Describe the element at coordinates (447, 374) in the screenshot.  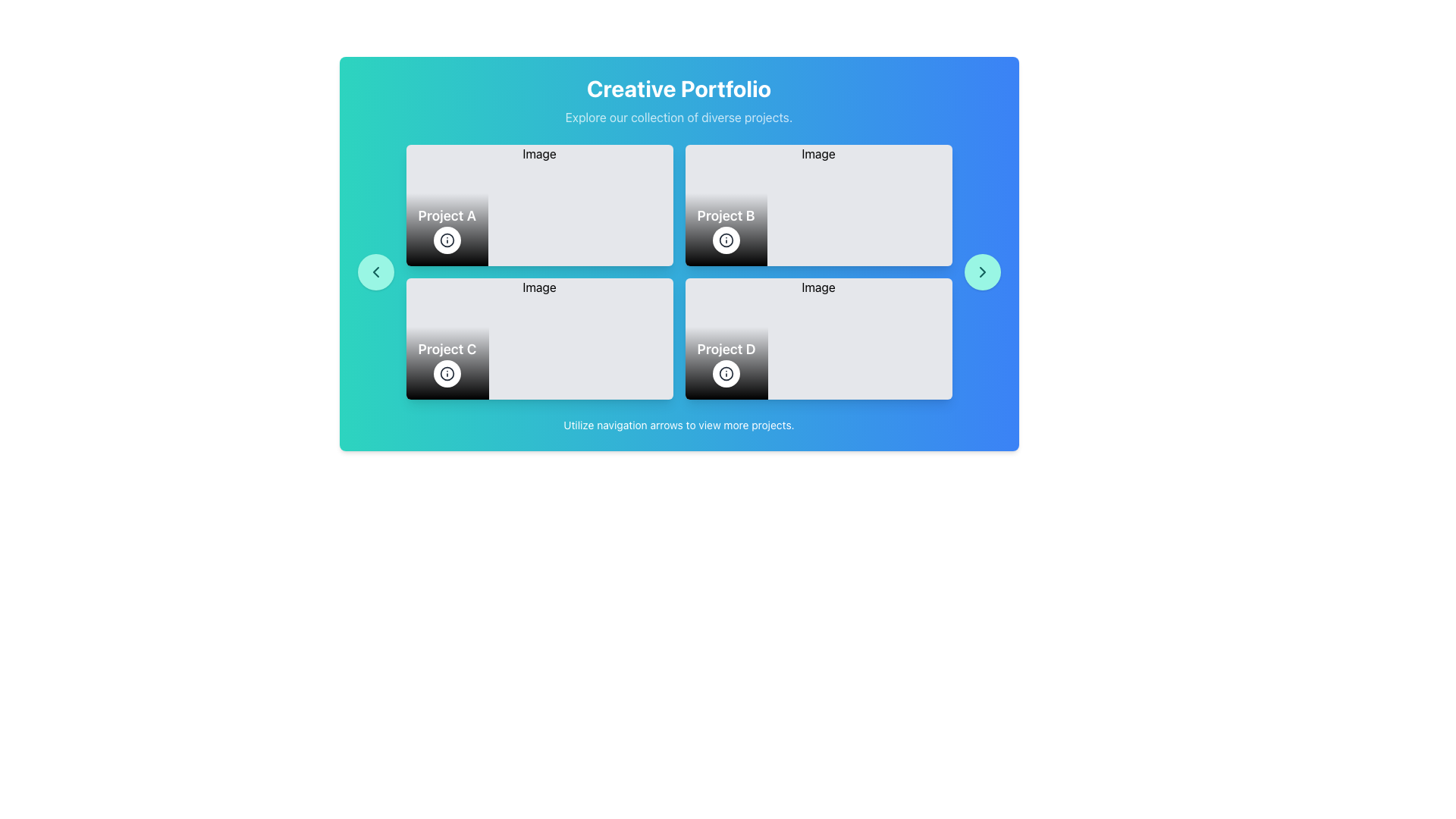
I see `the button located beneath the 'Project C' rectangle in the lower right corner of the black background gradient area to interact` at that location.